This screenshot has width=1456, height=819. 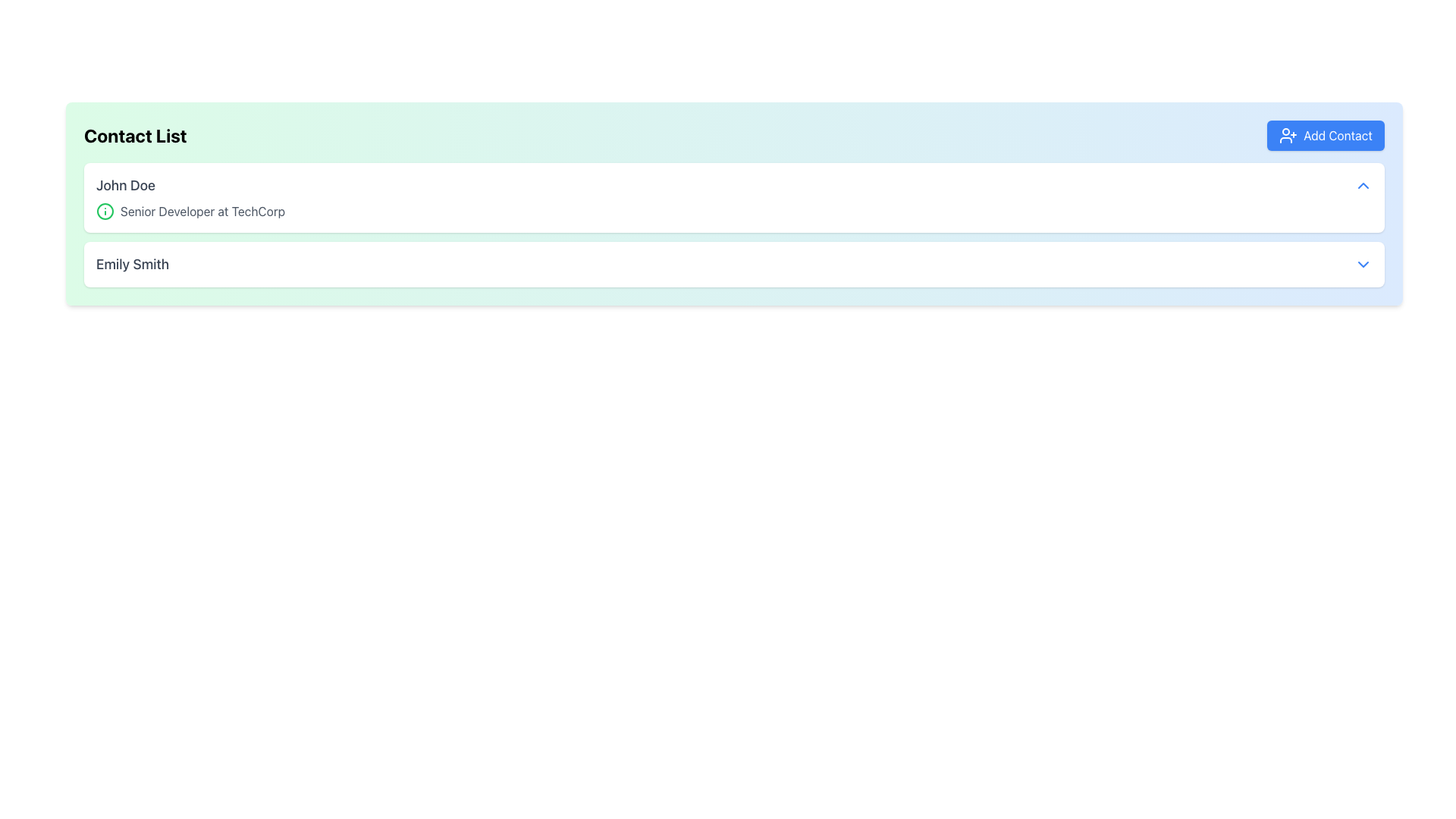 What do you see at coordinates (135, 134) in the screenshot?
I see `the text element displaying 'Contact List', which is in bold and larger font, located in the top-left corner of the interface with a faint green background` at bounding box center [135, 134].